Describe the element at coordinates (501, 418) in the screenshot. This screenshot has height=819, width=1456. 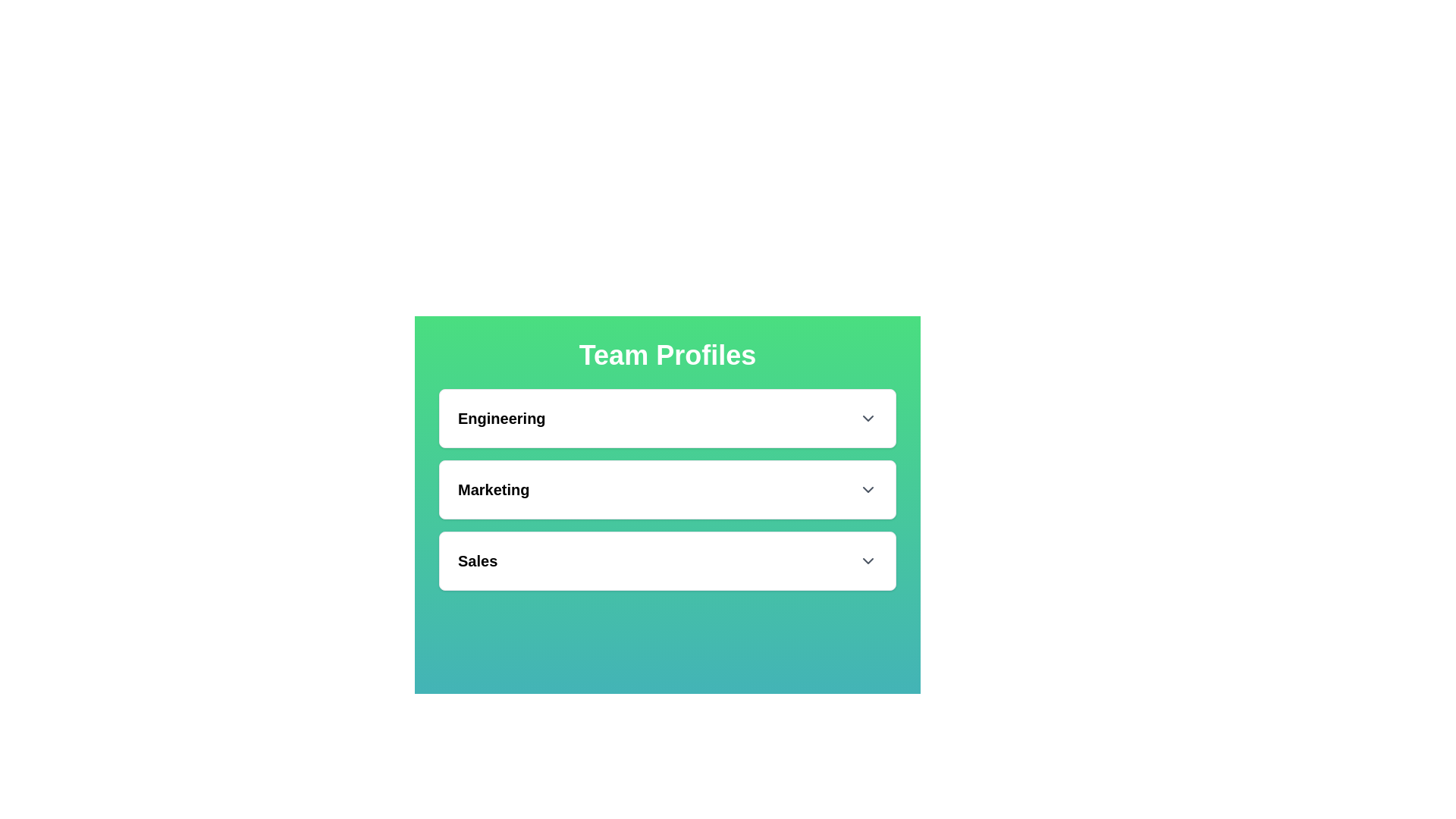
I see `the 'Engineering' category text label, which serves as a title for the dropdown menu and is aligned to the left of the downward arrow icon` at that location.